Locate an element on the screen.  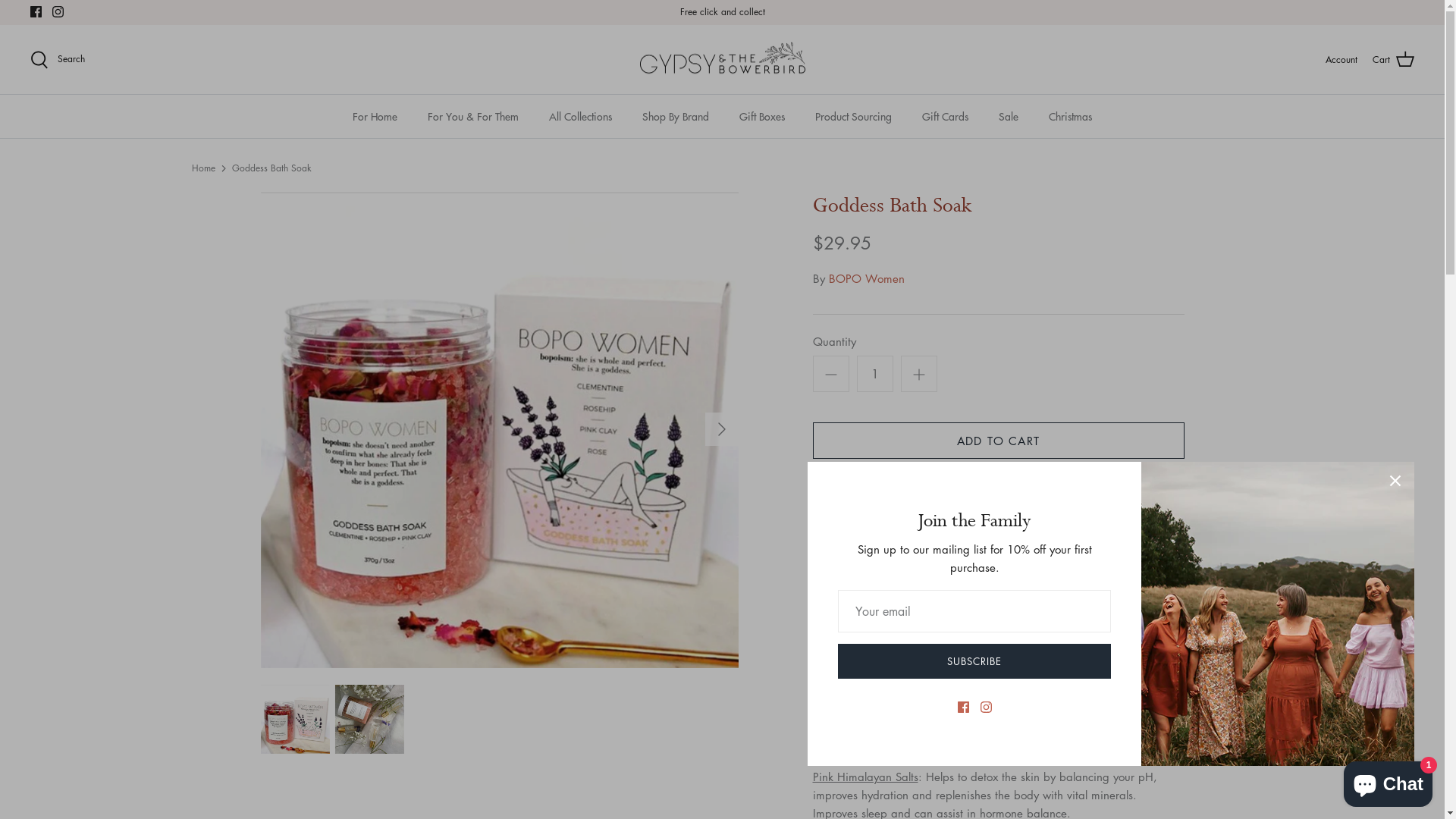
'More payment options' is located at coordinates (998, 526).